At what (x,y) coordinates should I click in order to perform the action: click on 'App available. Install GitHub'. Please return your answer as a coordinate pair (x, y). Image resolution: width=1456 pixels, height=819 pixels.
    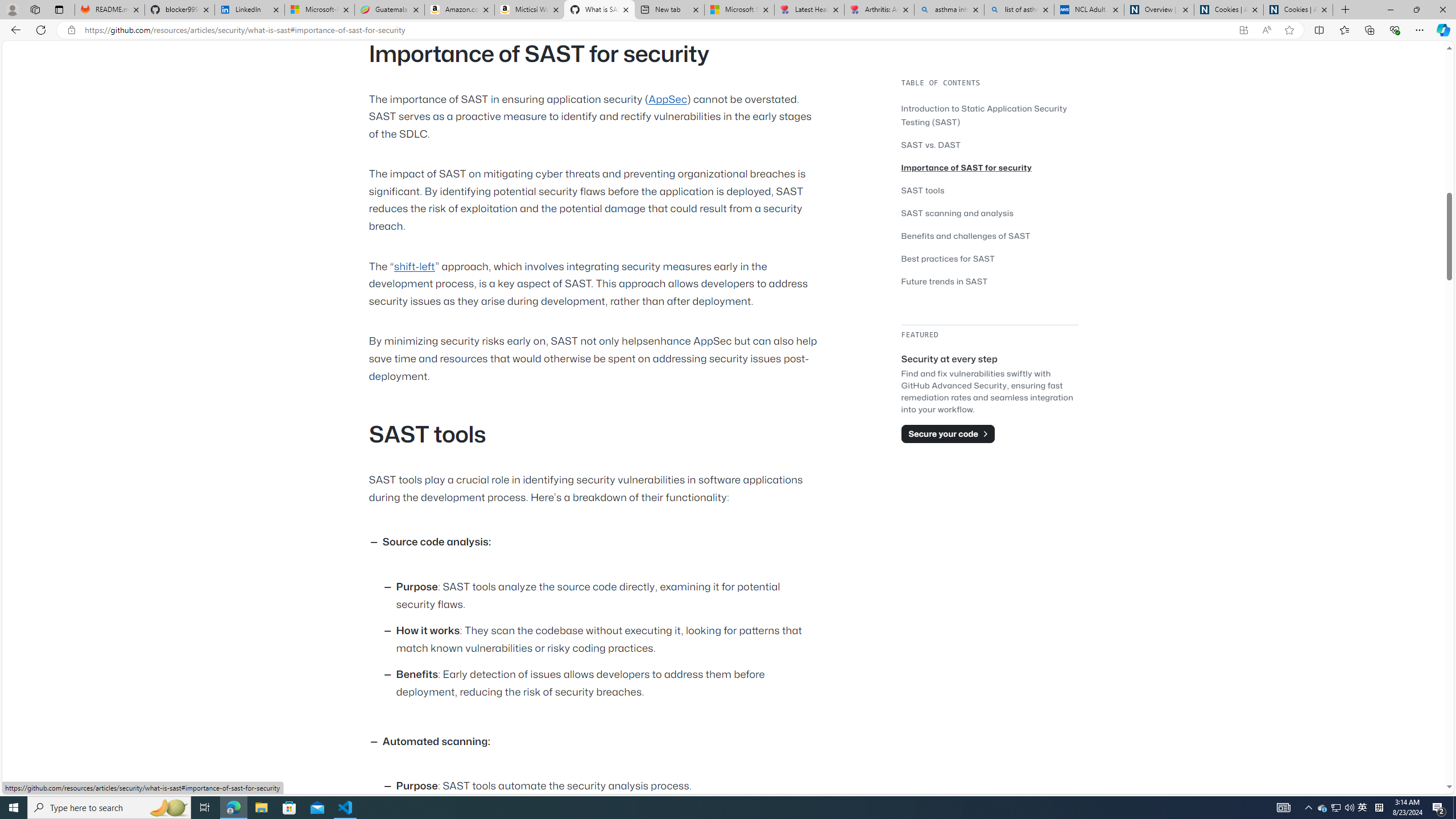
    Looking at the image, I should click on (1243, 30).